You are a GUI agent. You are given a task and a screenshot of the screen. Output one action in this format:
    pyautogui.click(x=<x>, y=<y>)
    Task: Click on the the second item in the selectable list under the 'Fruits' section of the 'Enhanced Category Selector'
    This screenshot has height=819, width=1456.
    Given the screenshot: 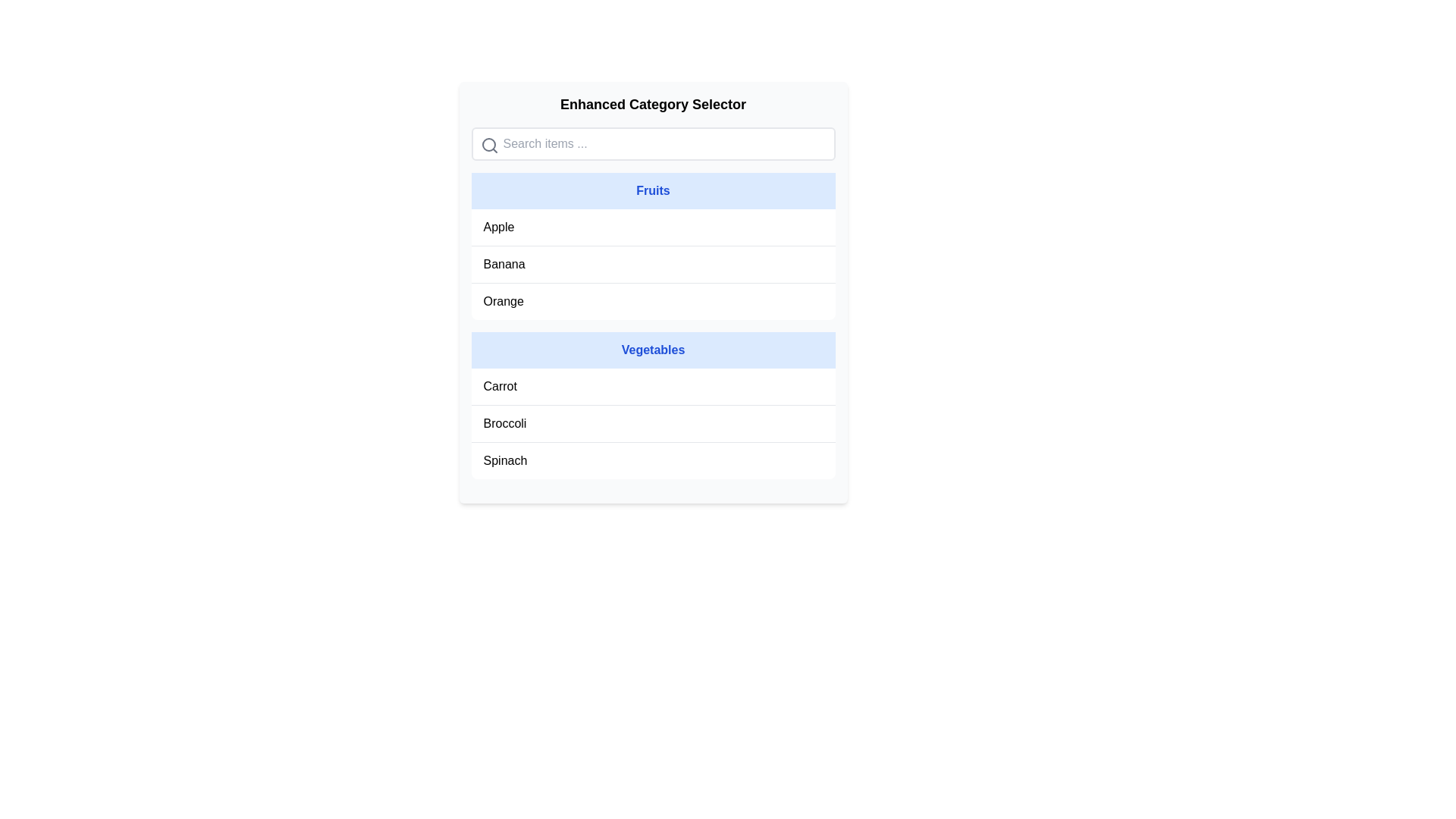 What is the action you would take?
    pyautogui.click(x=653, y=263)
    